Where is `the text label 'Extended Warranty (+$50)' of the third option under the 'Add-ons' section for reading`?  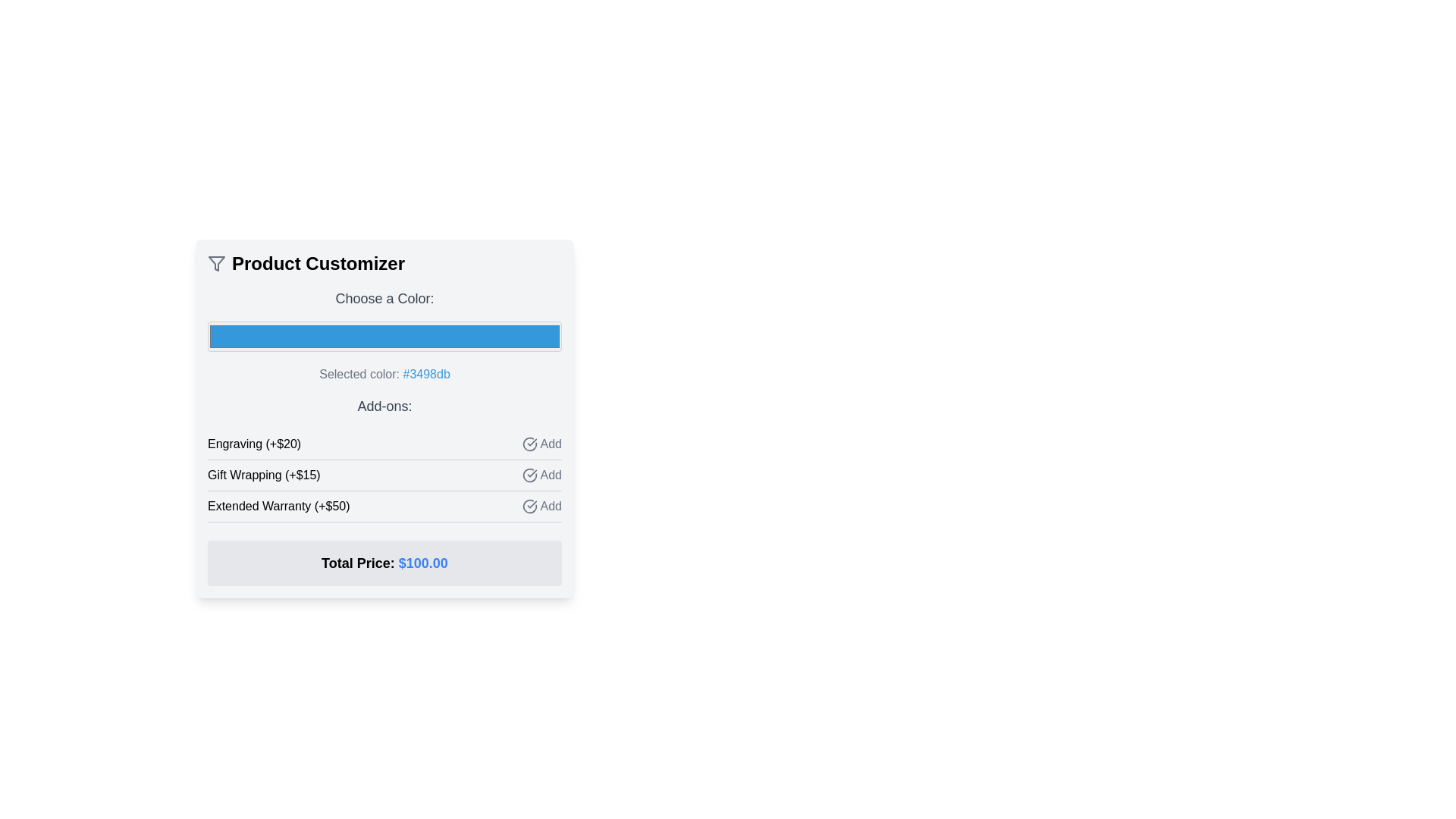 the text label 'Extended Warranty (+$50)' of the third option under the 'Add-ons' section for reading is located at coordinates (384, 507).